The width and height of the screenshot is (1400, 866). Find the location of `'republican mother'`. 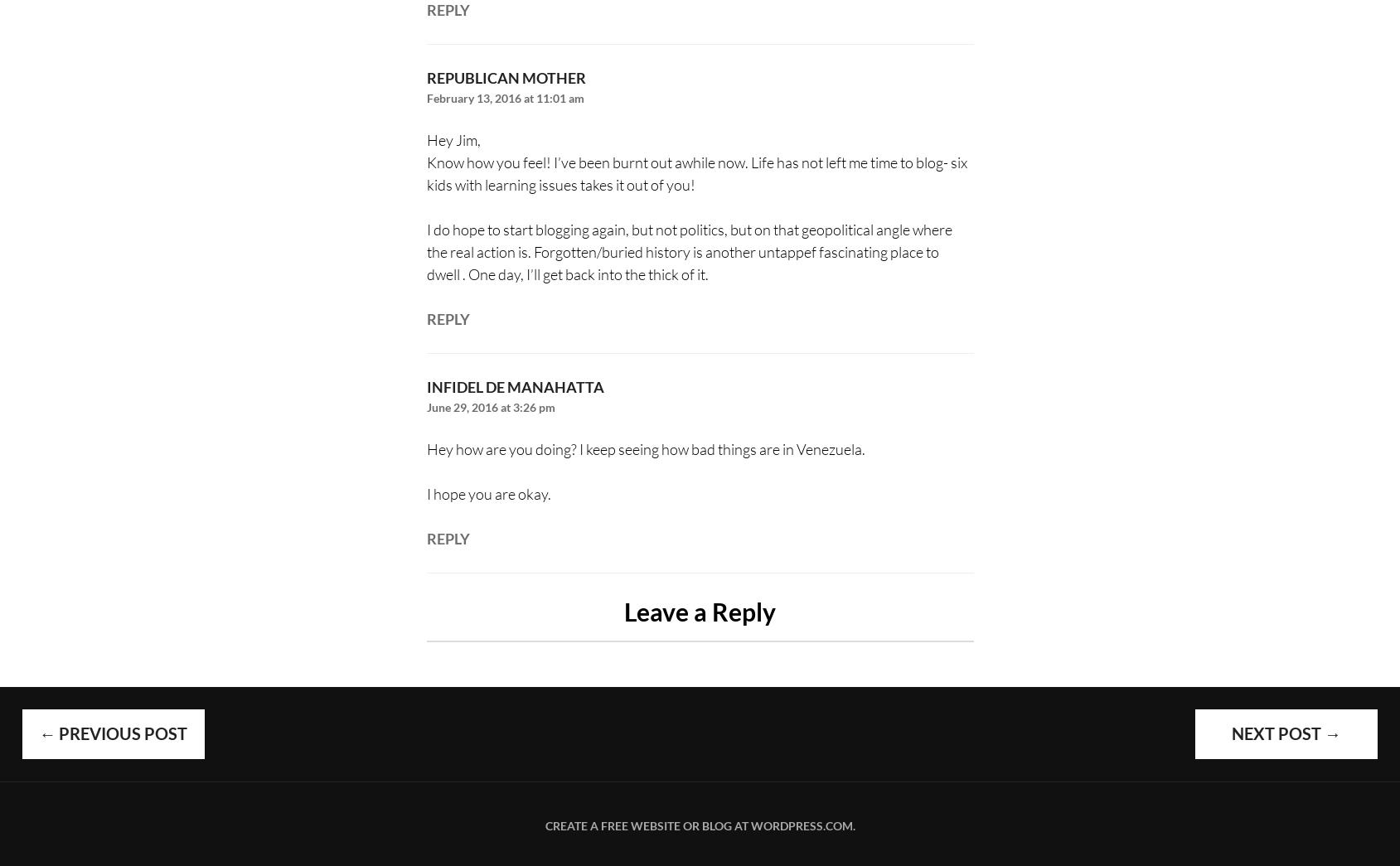

'republican mother' is located at coordinates (505, 78).